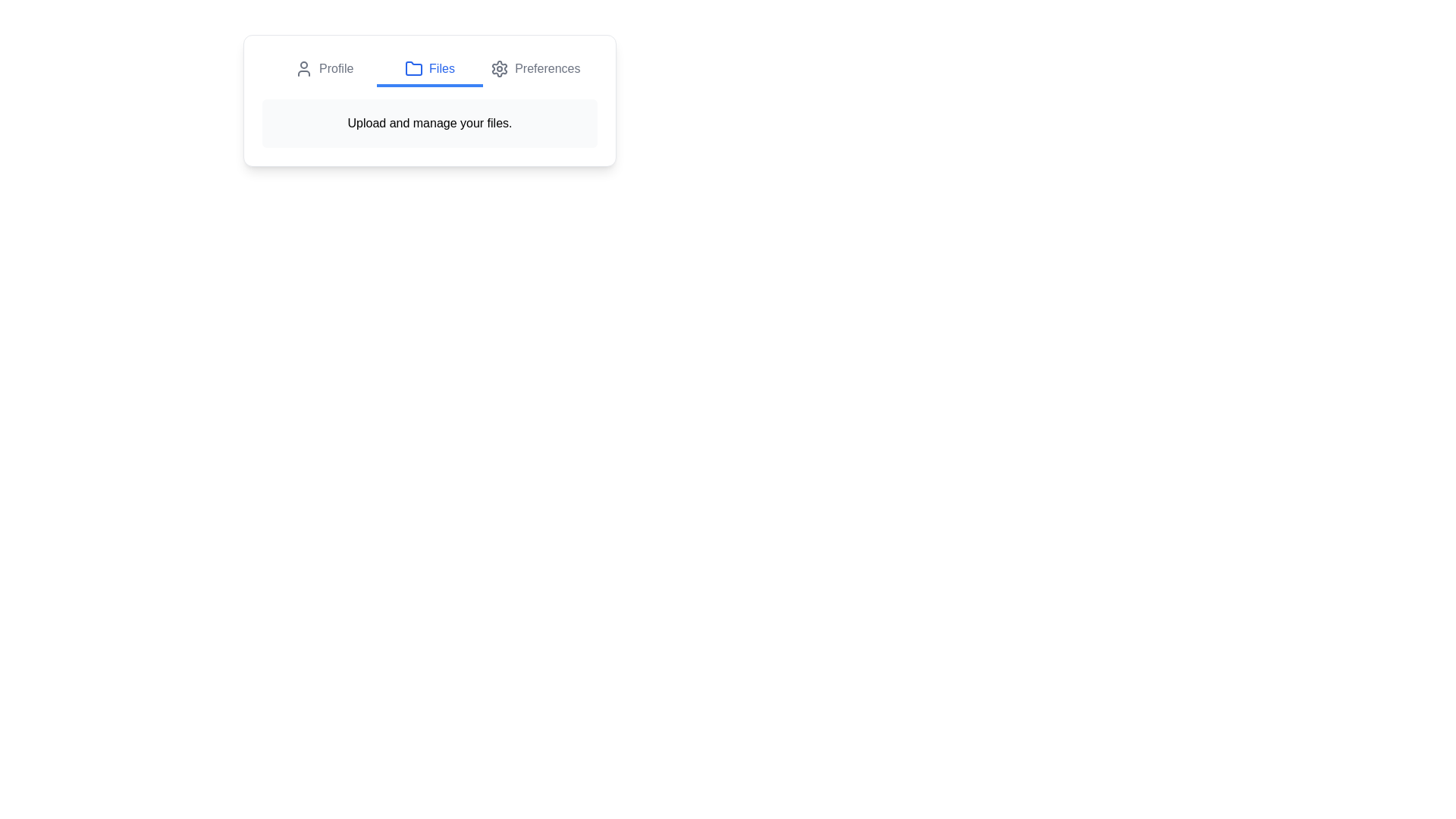  What do you see at coordinates (535, 70) in the screenshot?
I see `the Preferences tab to view its content` at bounding box center [535, 70].